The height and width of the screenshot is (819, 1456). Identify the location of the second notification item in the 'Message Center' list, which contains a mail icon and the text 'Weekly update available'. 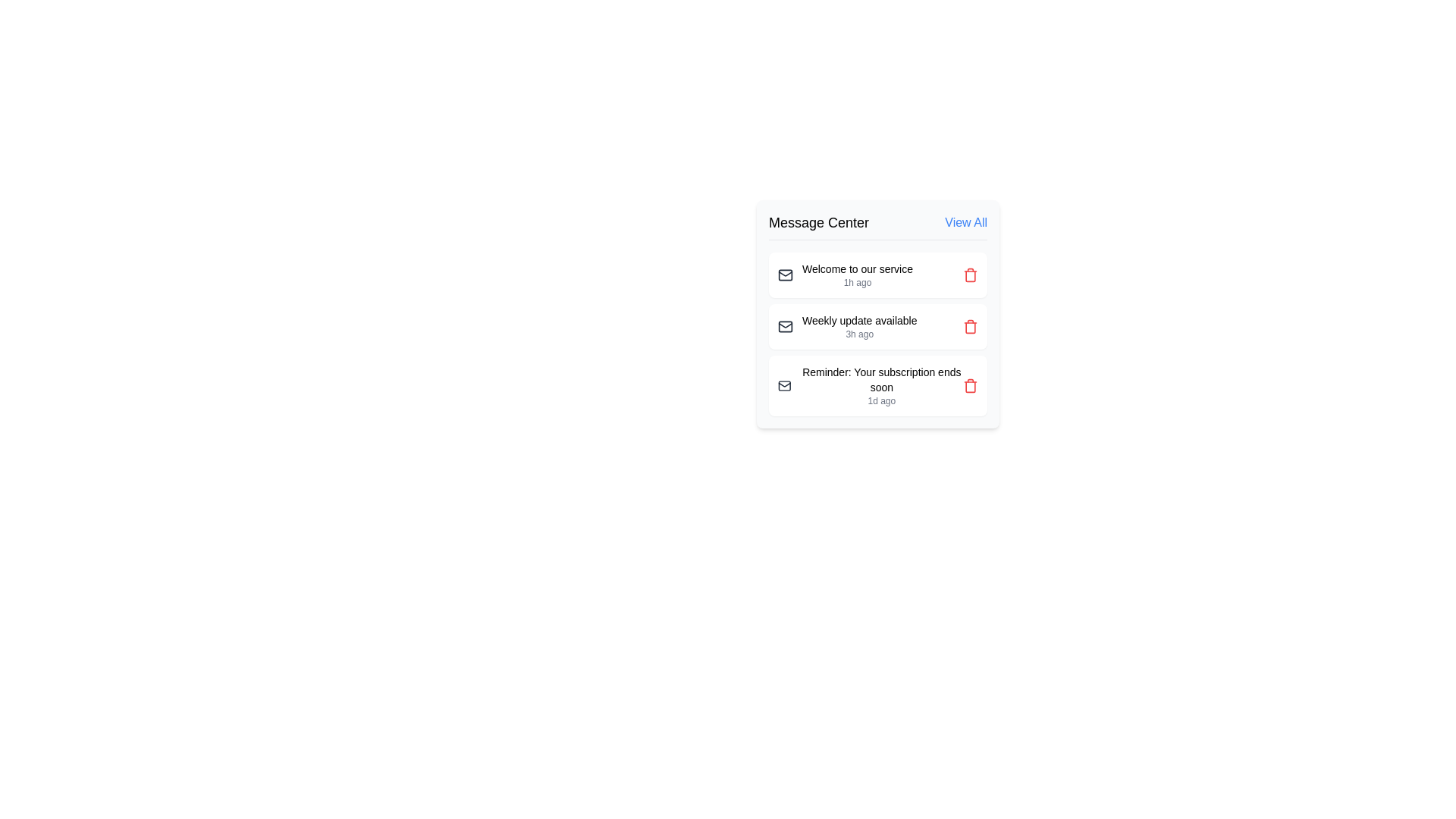
(846, 326).